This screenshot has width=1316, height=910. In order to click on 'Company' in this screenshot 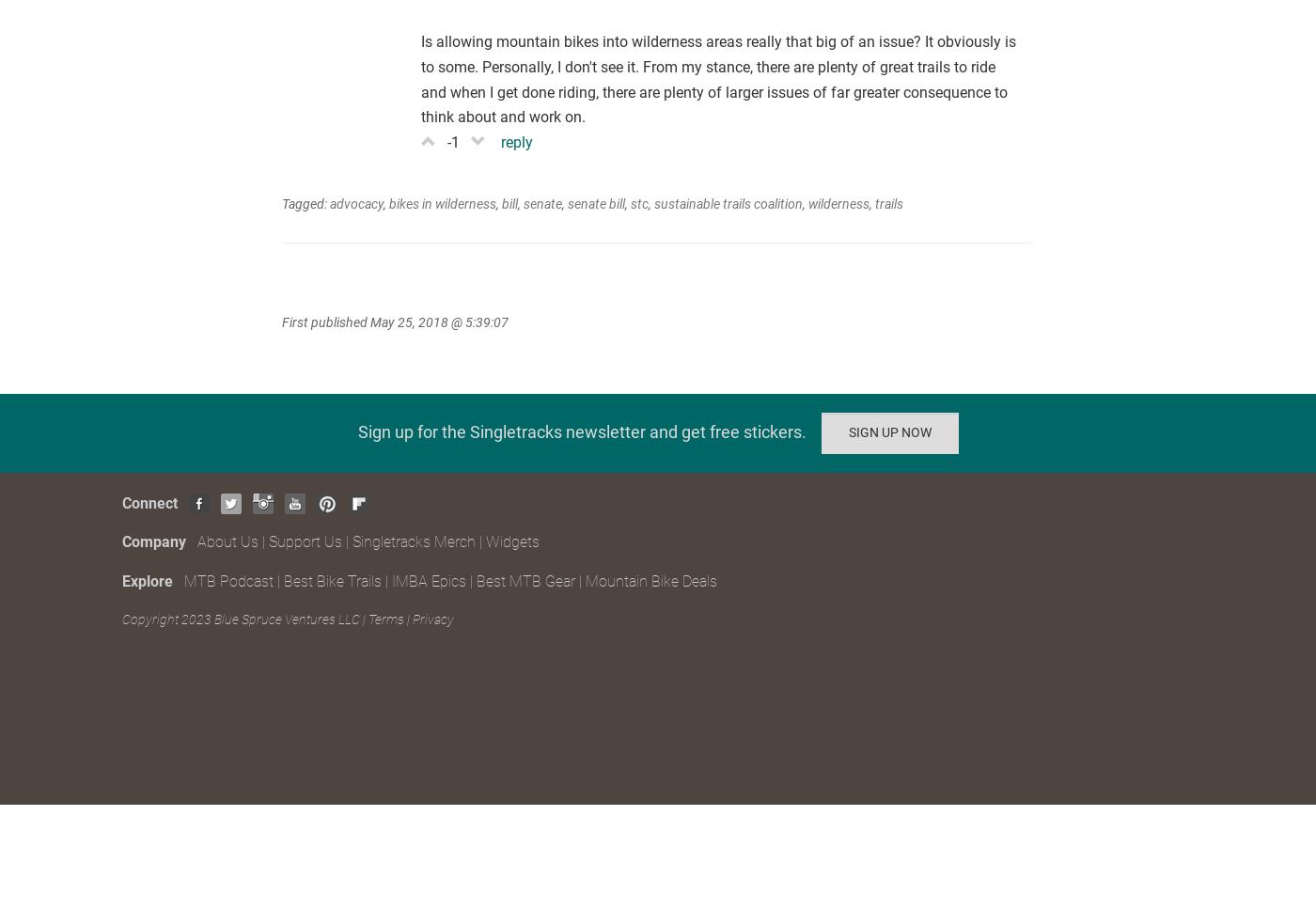, I will do `click(158, 541)`.